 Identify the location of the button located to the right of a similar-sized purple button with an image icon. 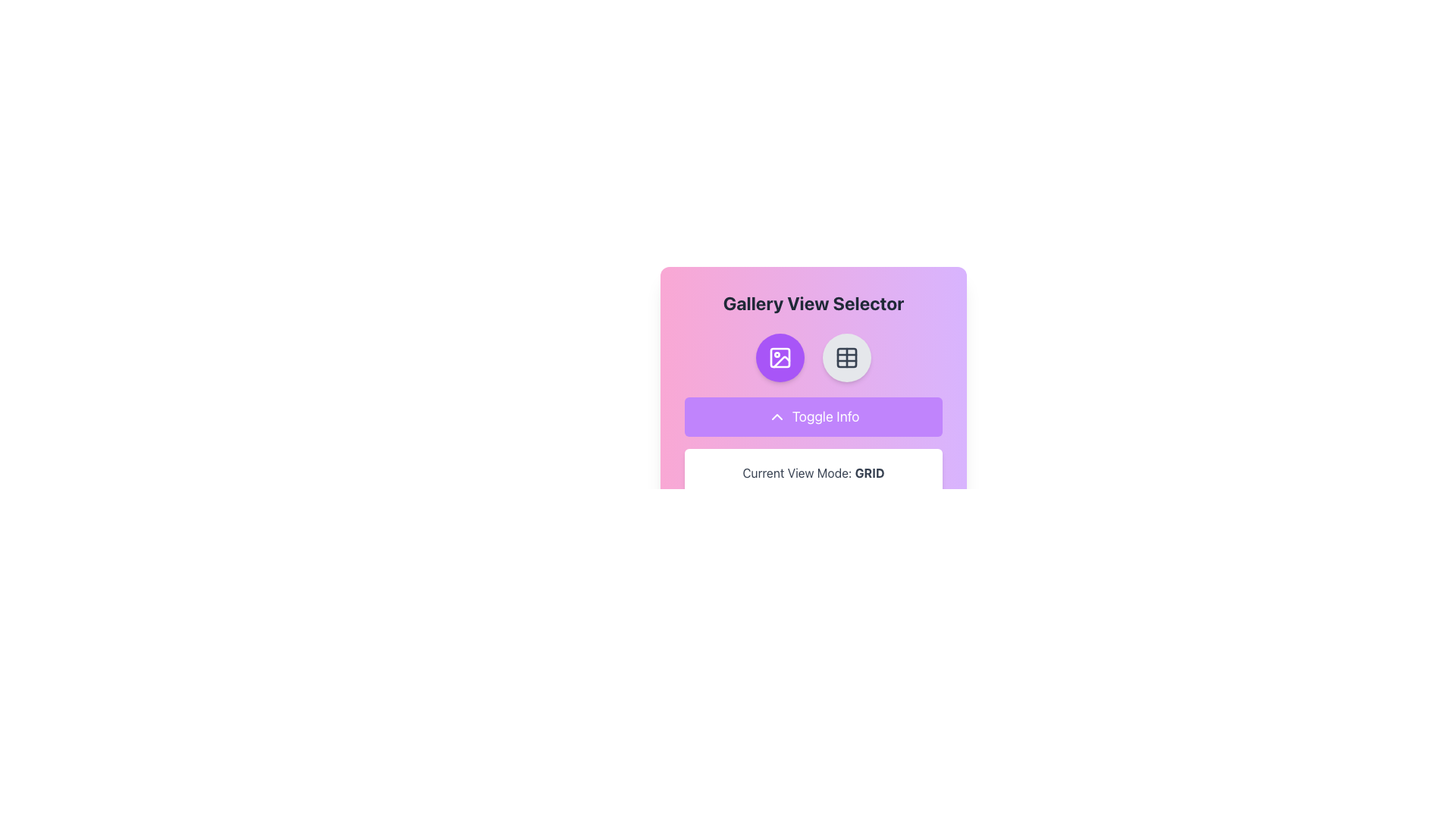
(846, 357).